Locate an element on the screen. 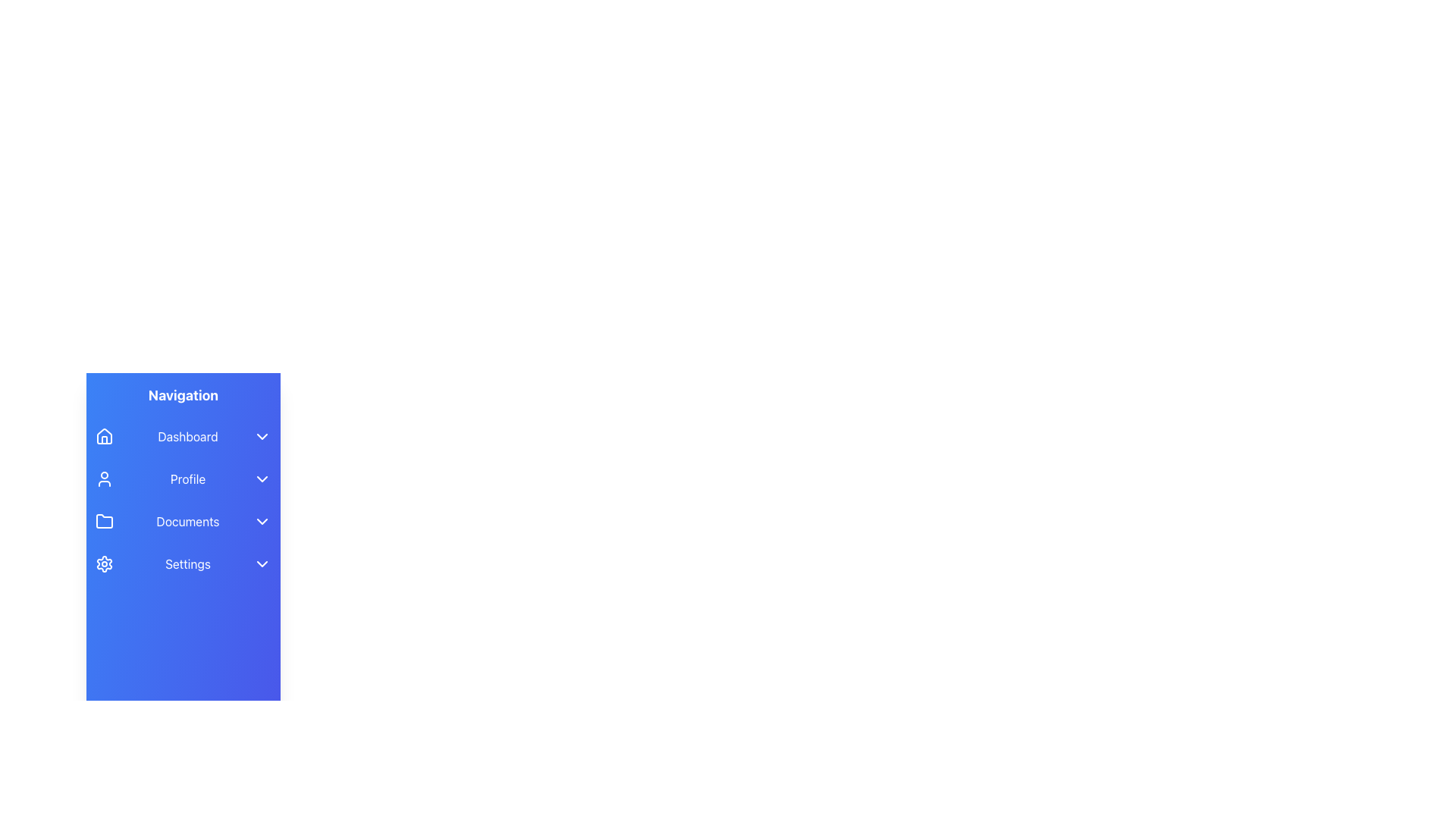 This screenshot has height=819, width=1456. the door part of the house-shaped icon in the sidebar menu is located at coordinates (104, 439).